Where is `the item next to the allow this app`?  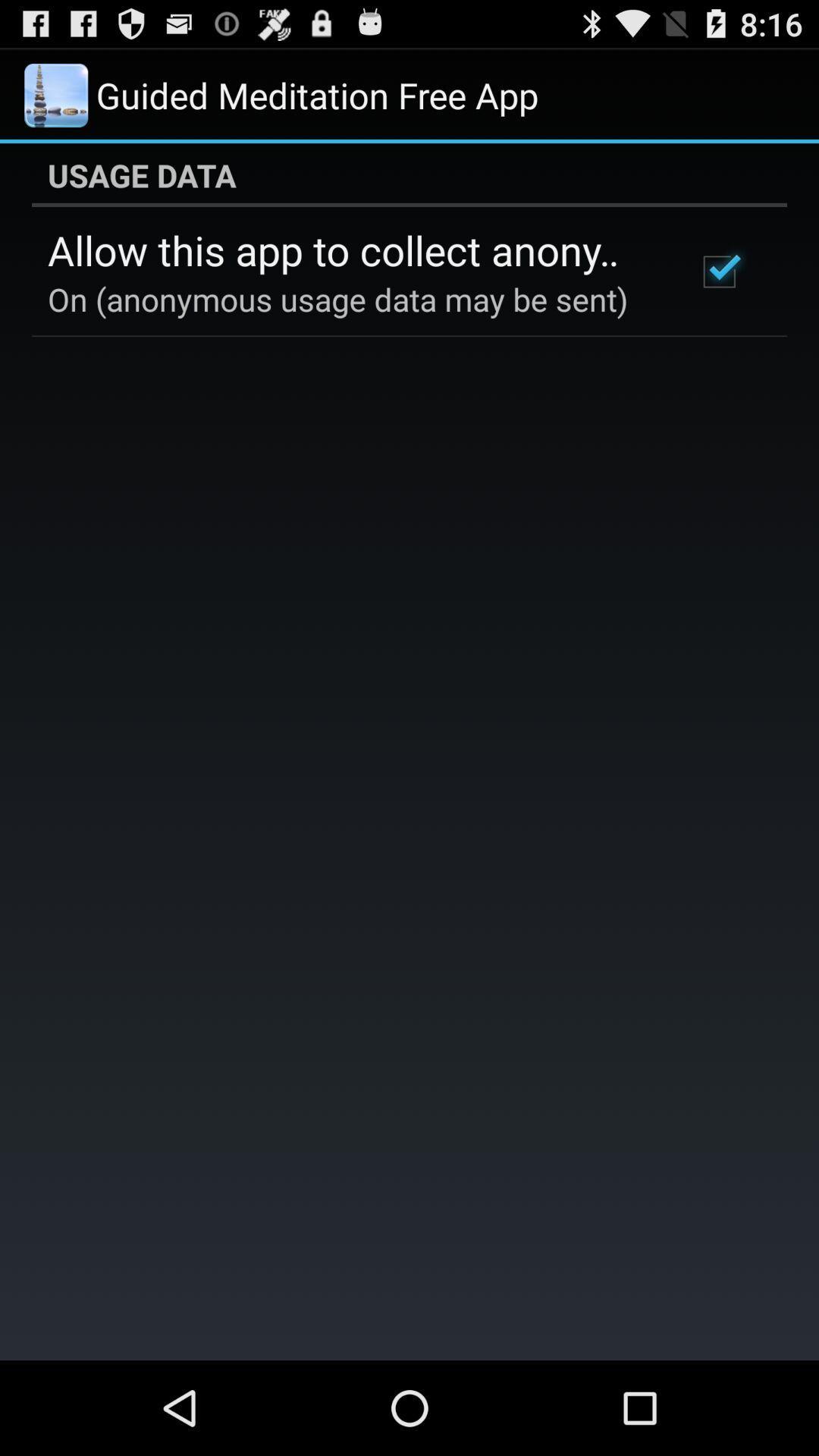
the item next to the allow this app is located at coordinates (718, 271).